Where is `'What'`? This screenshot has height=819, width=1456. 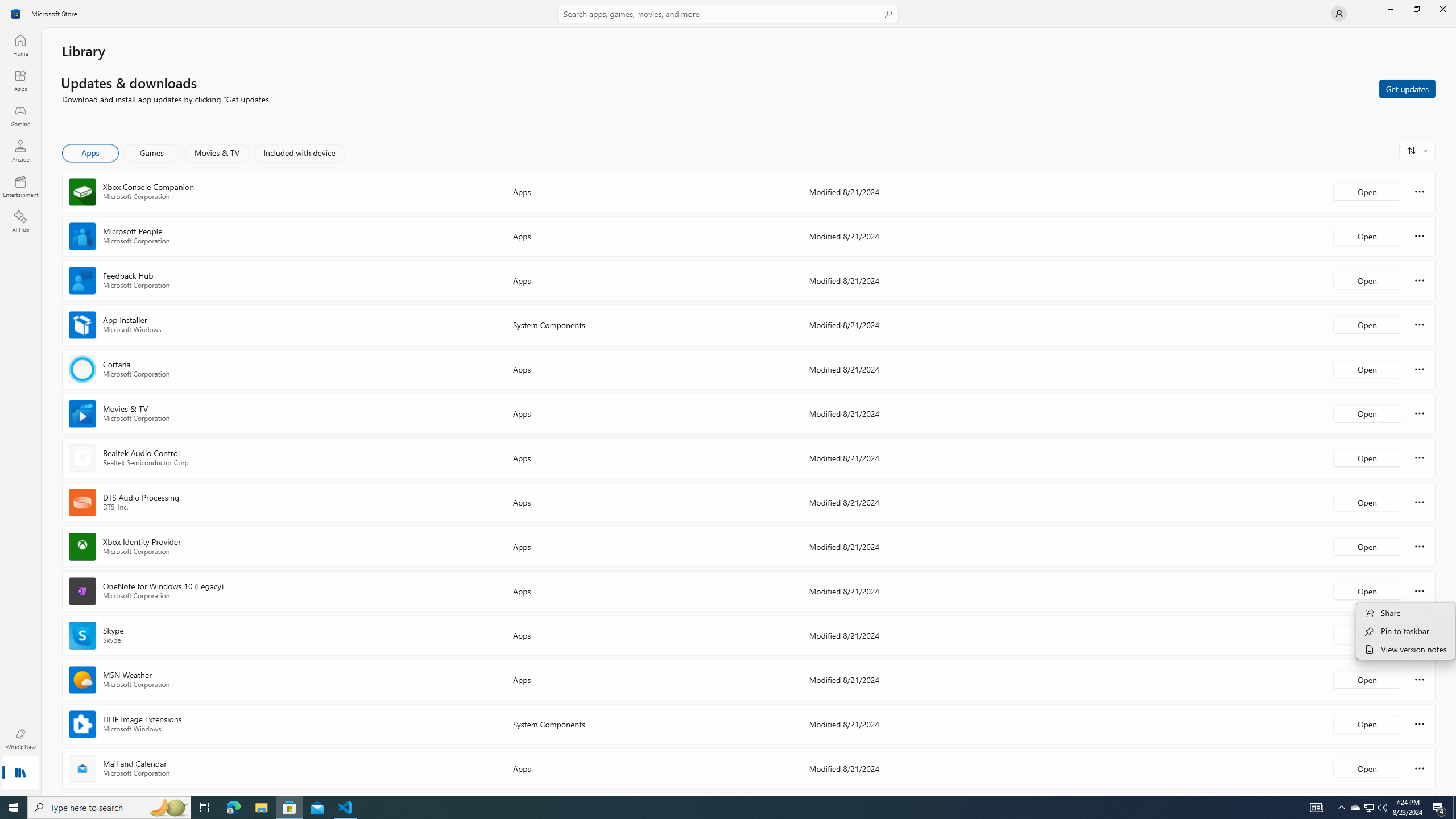 'What' is located at coordinates (19, 738).